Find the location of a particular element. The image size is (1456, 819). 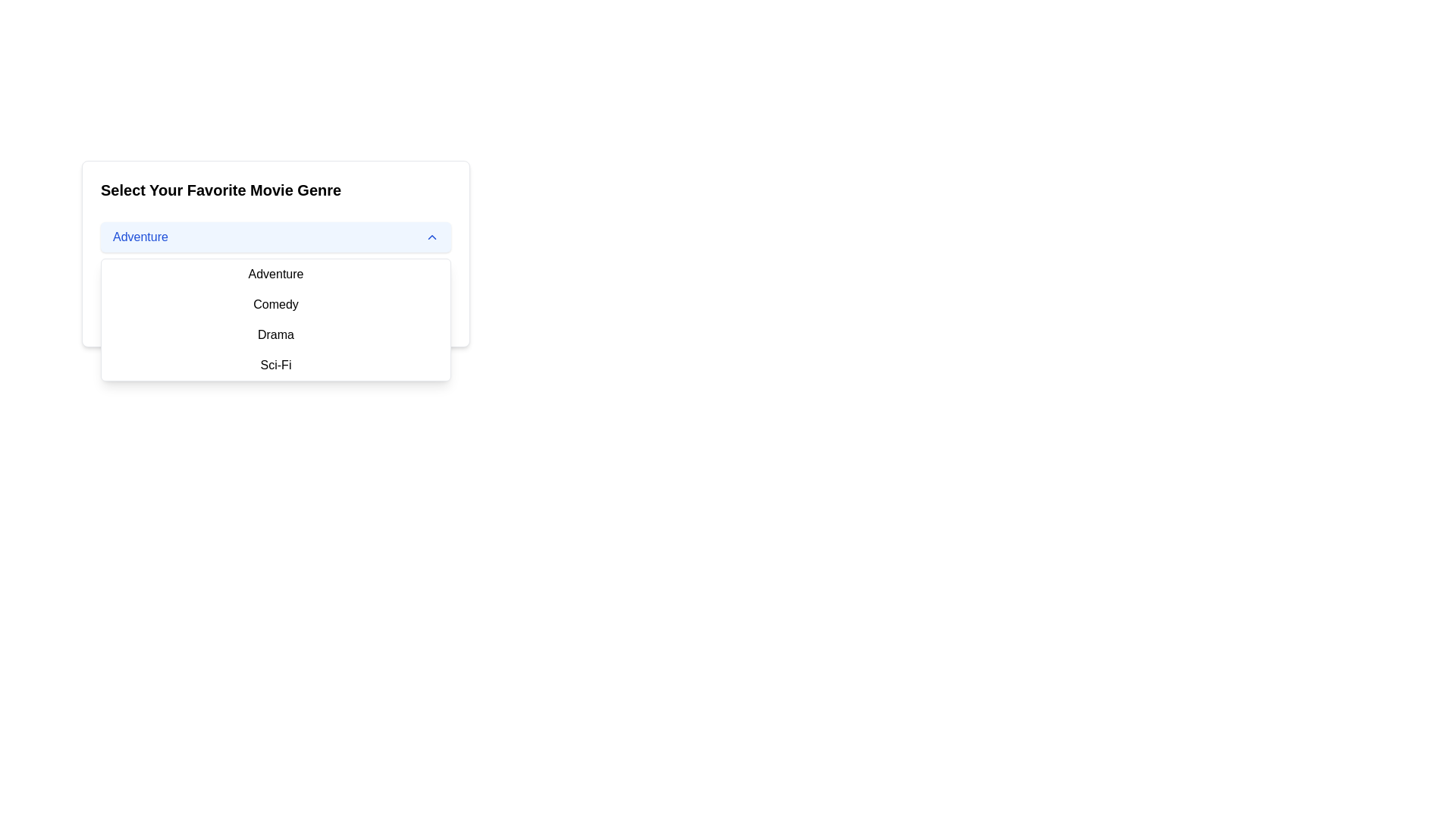

the 'Comedy' selectable option in the dropdown menu is located at coordinates (276, 304).